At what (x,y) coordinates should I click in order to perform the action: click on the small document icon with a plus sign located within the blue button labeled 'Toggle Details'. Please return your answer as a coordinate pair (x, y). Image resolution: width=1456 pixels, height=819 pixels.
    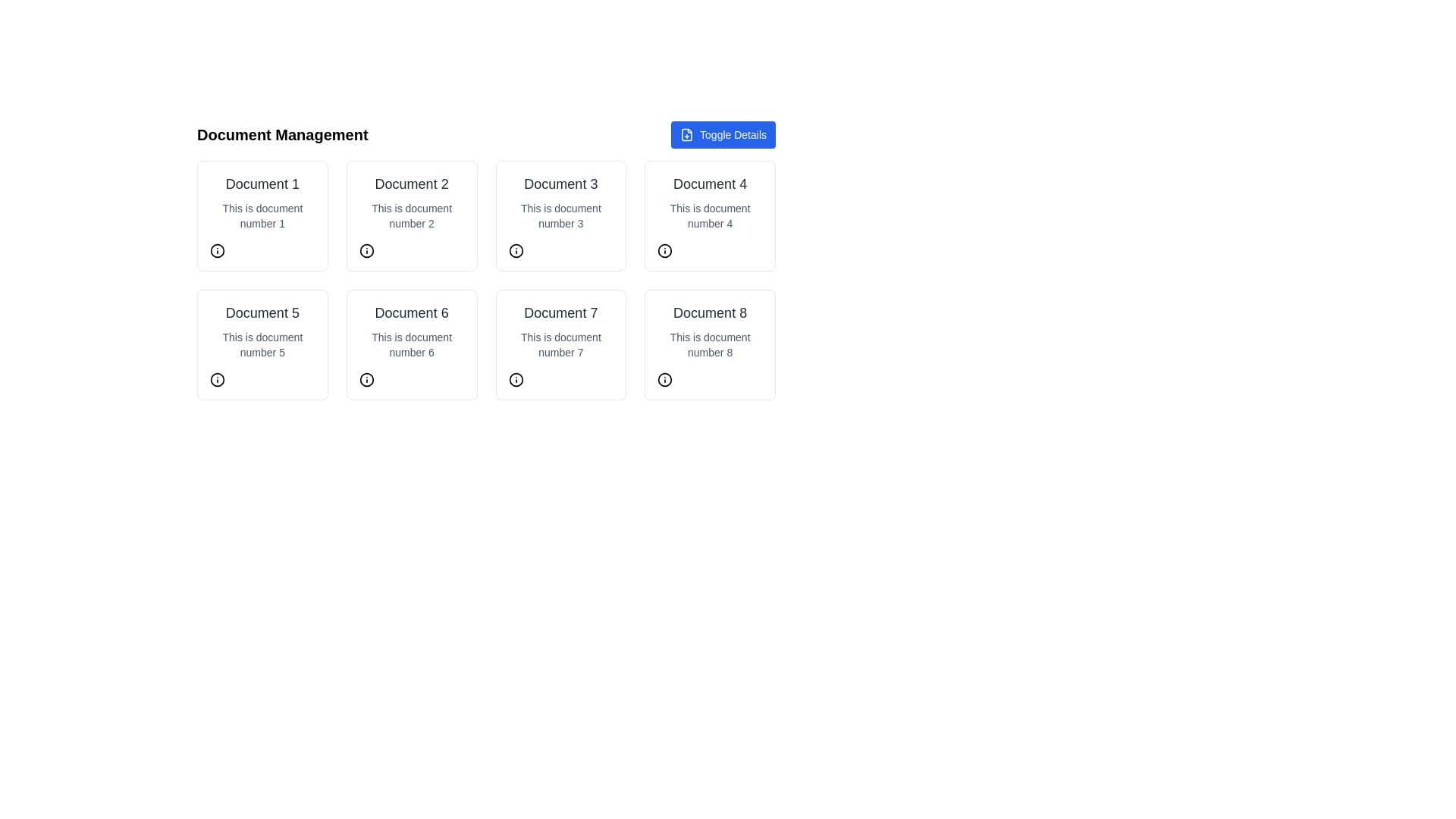
    Looking at the image, I should click on (686, 133).